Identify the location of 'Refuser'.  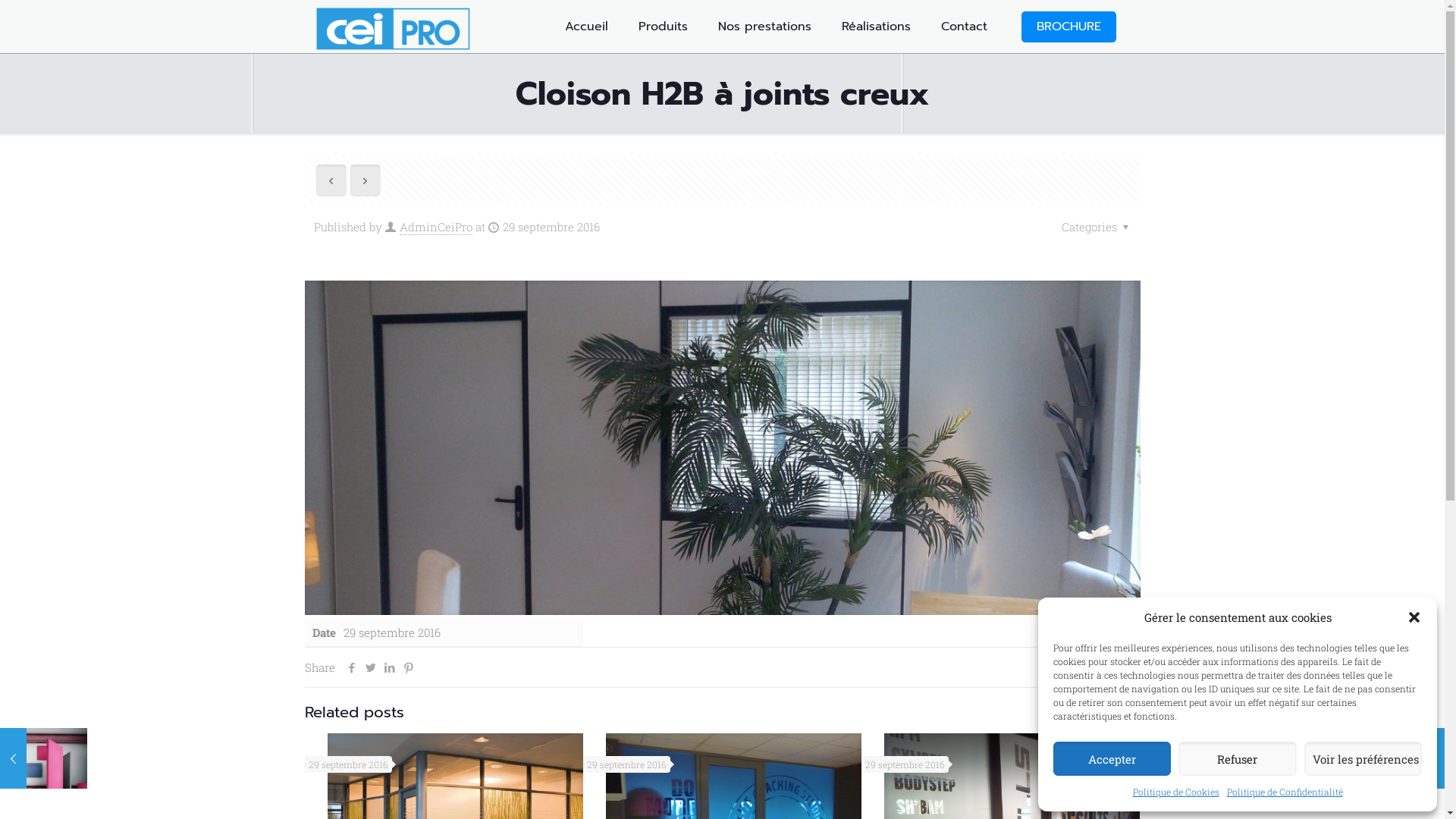
(1237, 758).